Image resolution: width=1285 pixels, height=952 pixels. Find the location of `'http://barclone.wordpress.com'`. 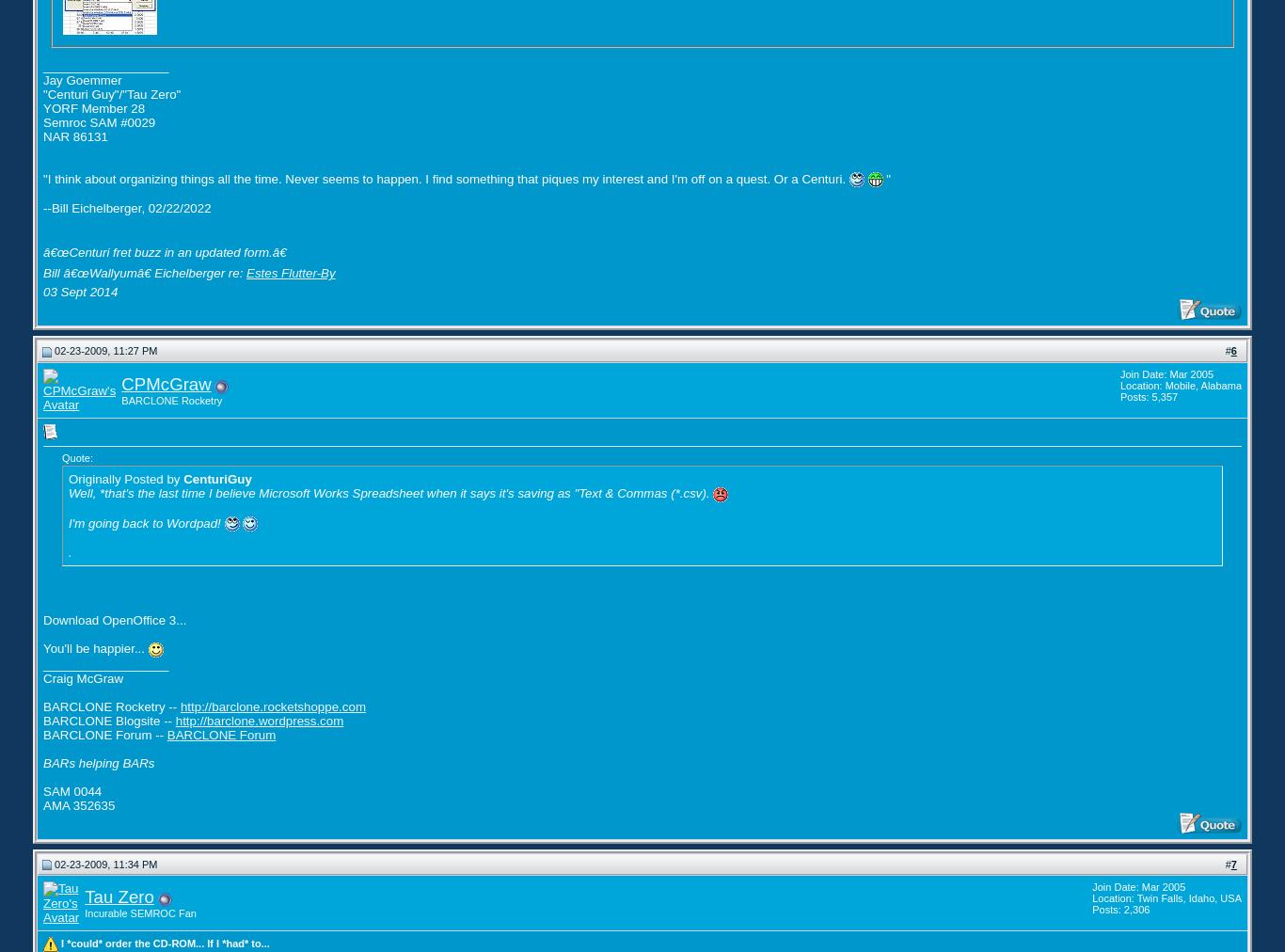

'http://barclone.wordpress.com' is located at coordinates (259, 719).